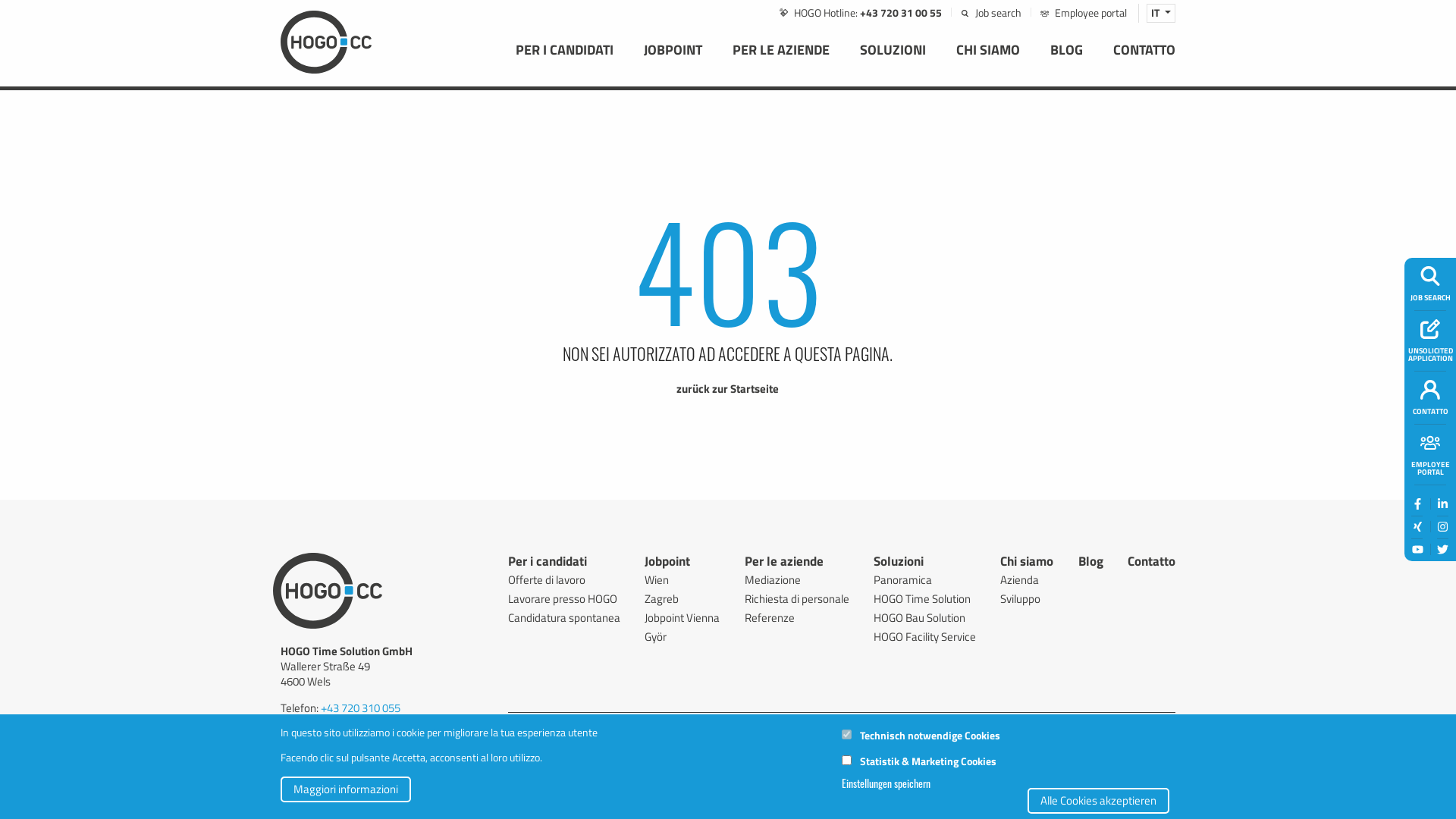 The height and width of the screenshot is (819, 1456). What do you see at coordinates (681, 579) in the screenshot?
I see `'Wien'` at bounding box center [681, 579].